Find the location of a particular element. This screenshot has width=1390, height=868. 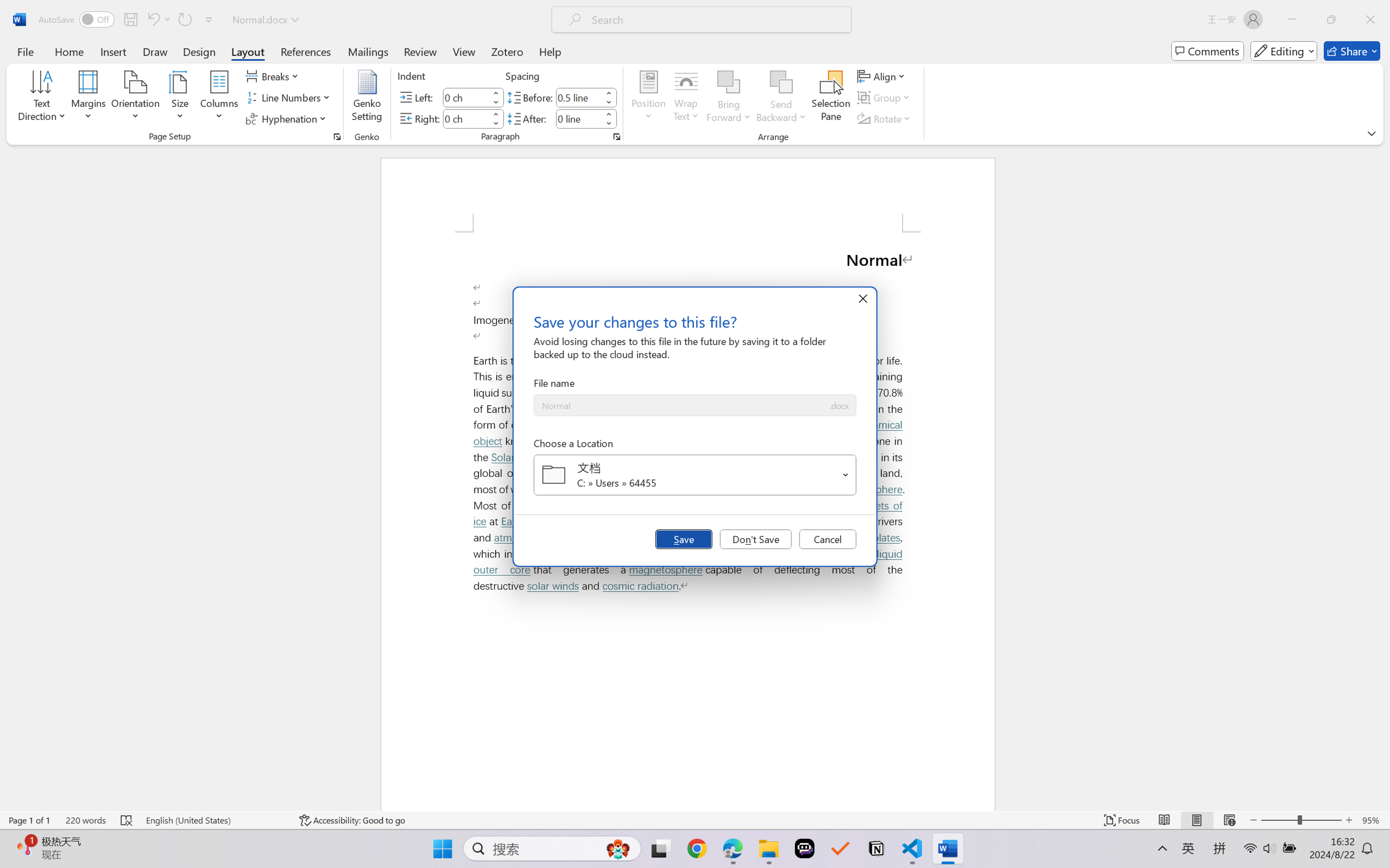

'Less' is located at coordinates (608, 123).